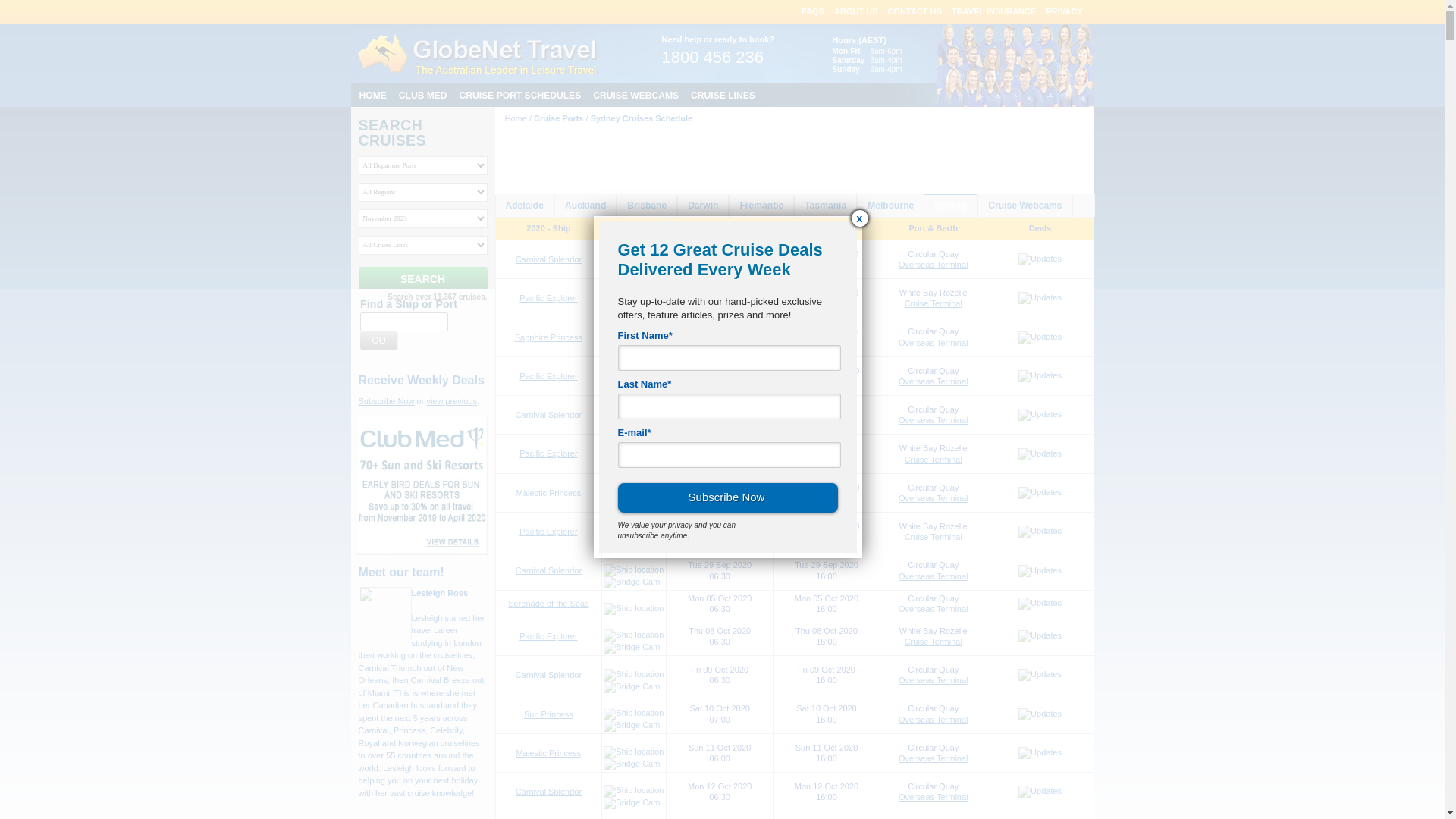 The image size is (1456, 819). What do you see at coordinates (516, 752) in the screenshot?
I see `'Majestic Princess'` at bounding box center [516, 752].